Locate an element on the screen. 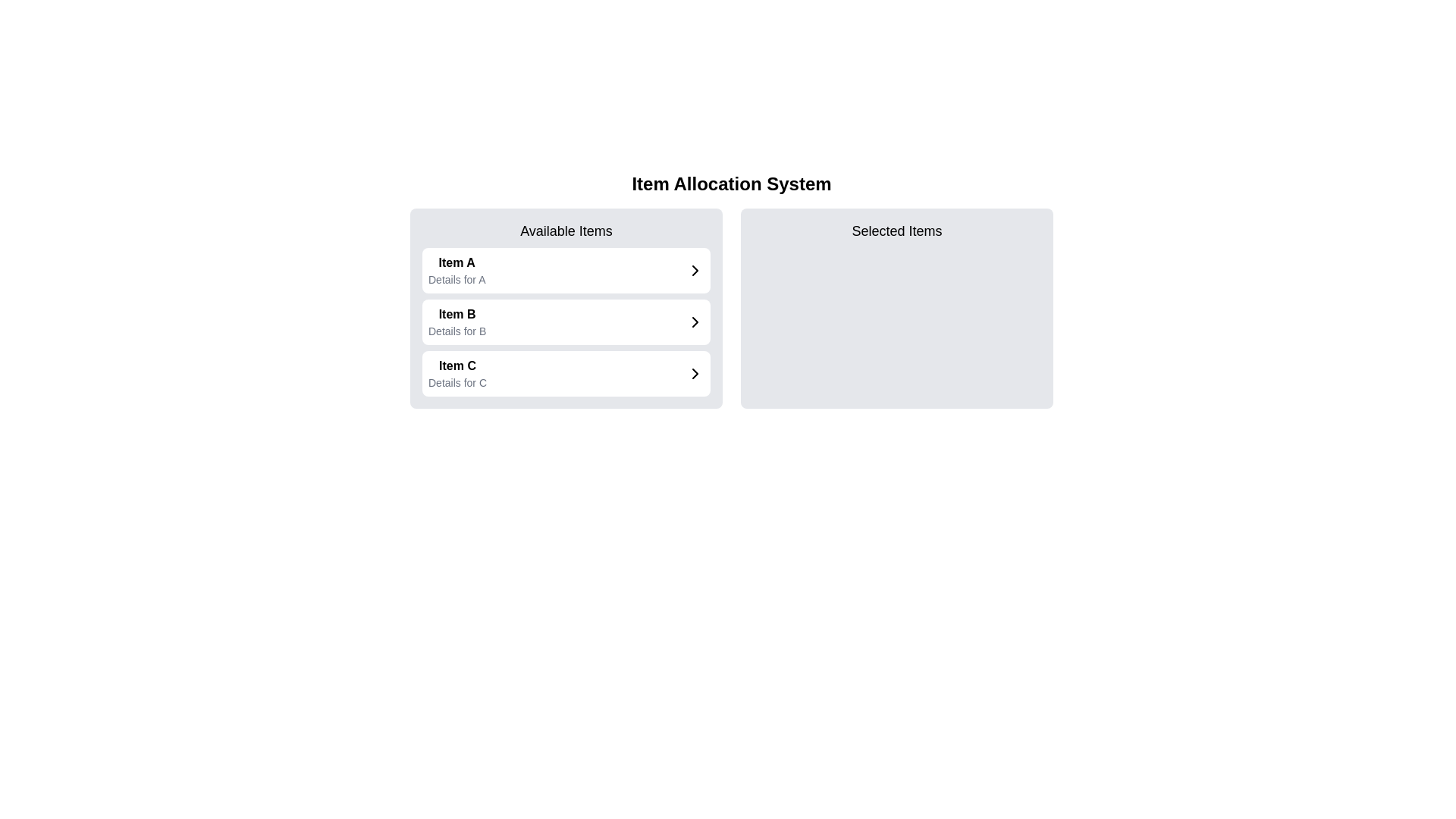 The width and height of the screenshot is (1456, 819). the clickable list item labeled 'Item B' is located at coordinates (566, 321).